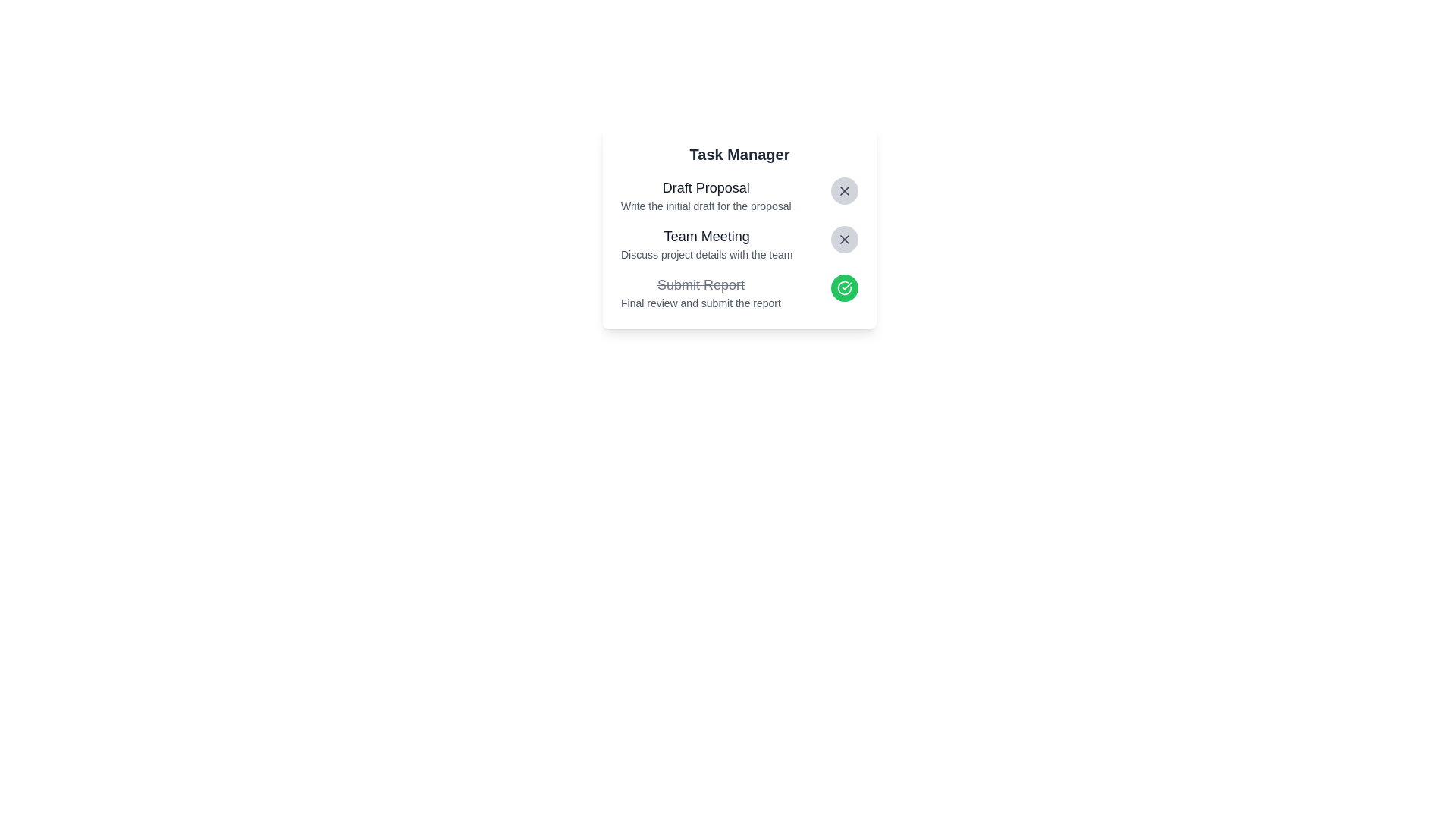 The width and height of the screenshot is (1456, 819). What do you see at coordinates (843, 239) in the screenshot?
I see `the circular gray button with an 'X' icon, located to the right of the 'Team Meeting' text in the 'Task Manager' interface` at bounding box center [843, 239].